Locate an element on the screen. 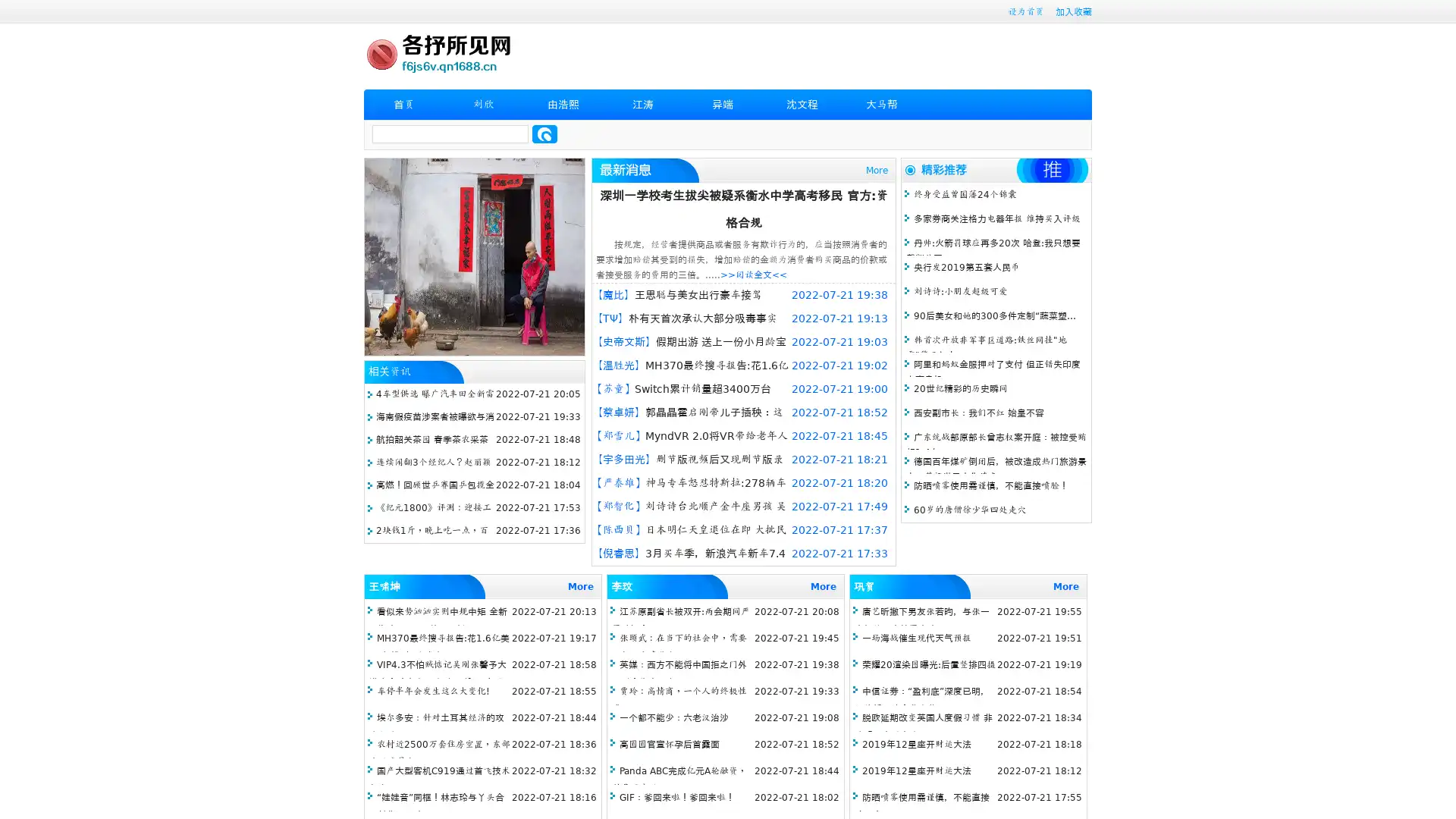 This screenshot has height=819, width=1456. Search is located at coordinates (544, 133).